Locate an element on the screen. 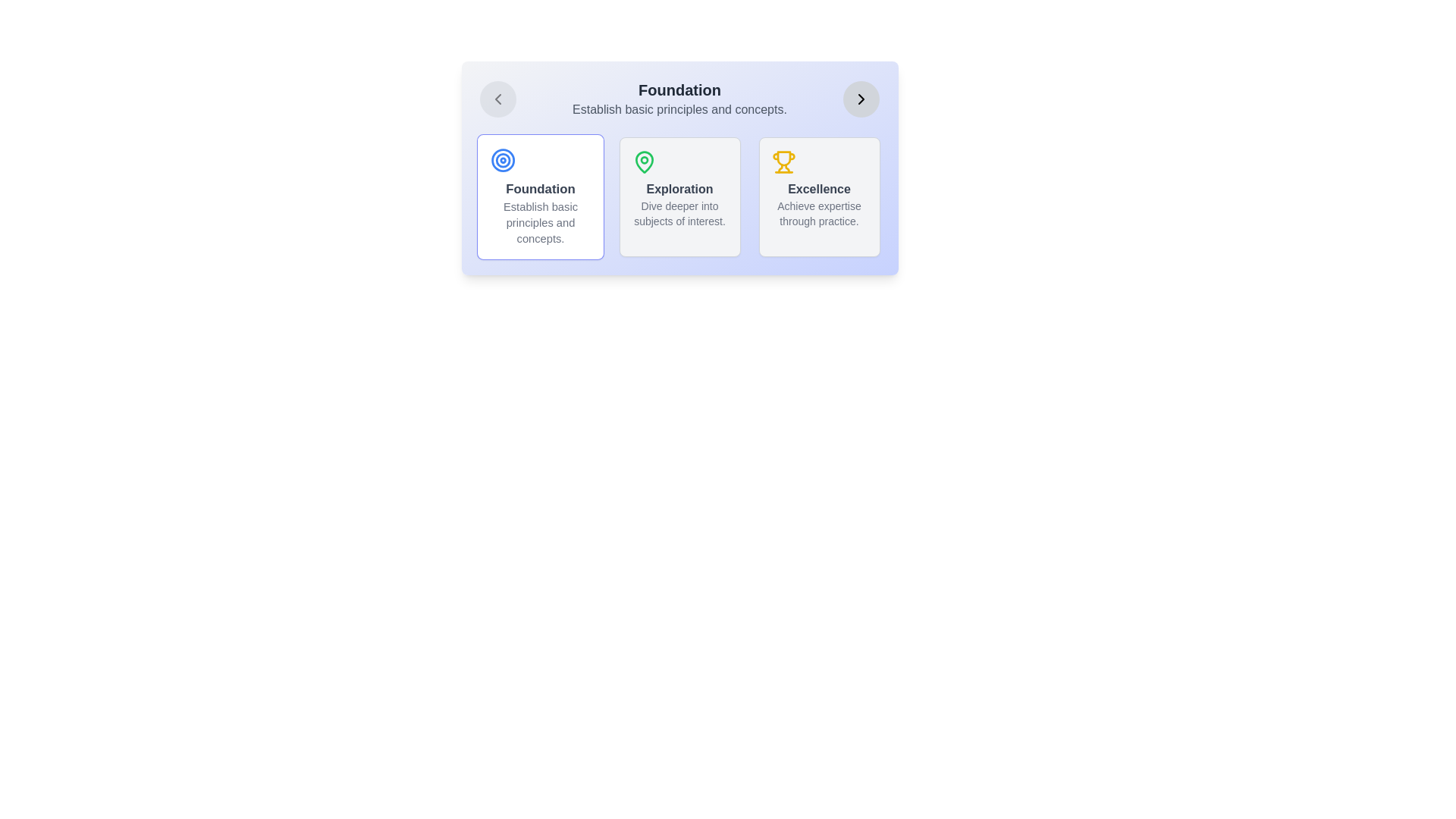  the circular target icon with concentric blue rings located above the text 'Foundation' in the card layout for interaction is located at coordinates (503, 160).